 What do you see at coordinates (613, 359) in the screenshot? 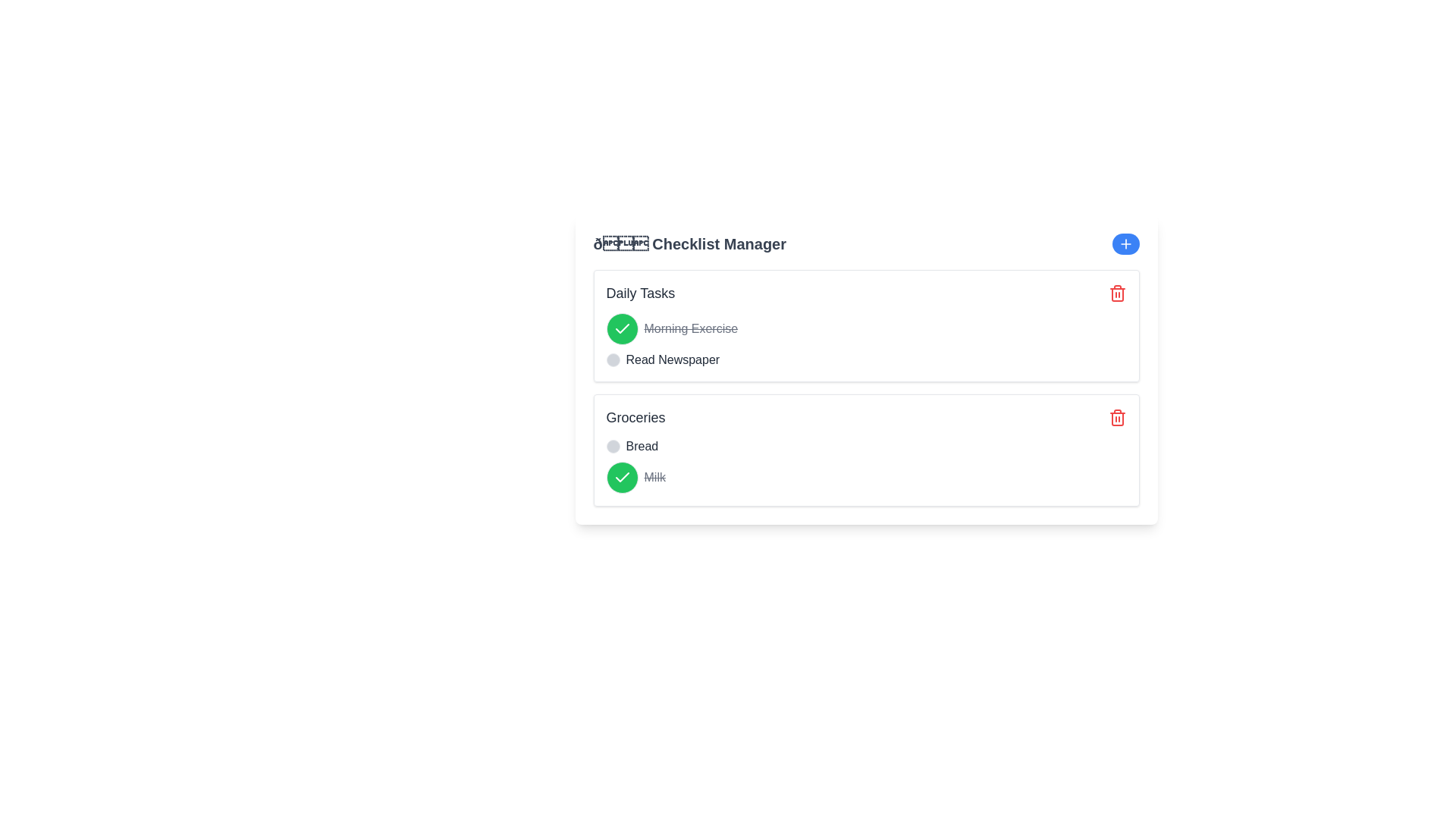
I see `the circular button located to the left of the 'Read Newspaper' label in the 'Daily Tasks' section` at bounding box center [613, 359].